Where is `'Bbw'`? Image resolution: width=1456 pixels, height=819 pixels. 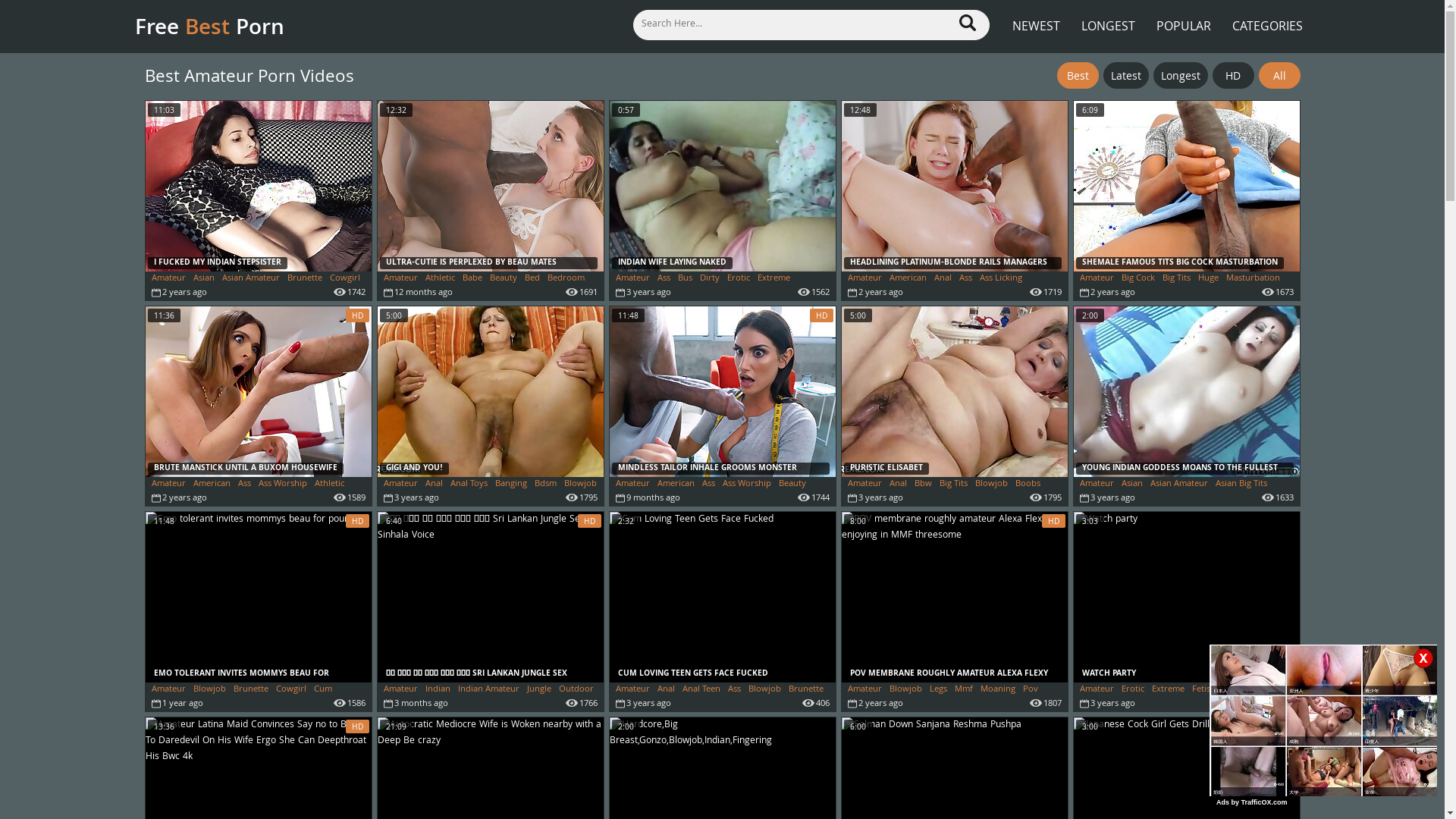 'Bbw' is located at coordinates (922, 484).